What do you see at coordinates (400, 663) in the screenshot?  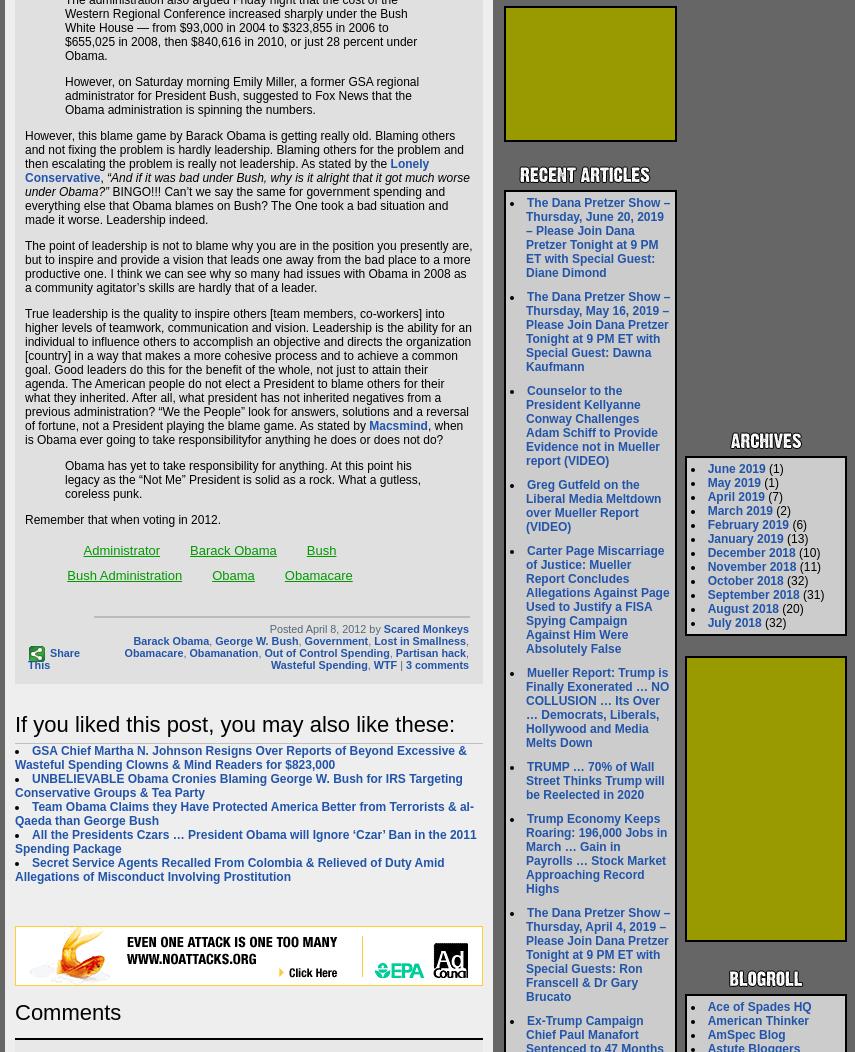 I see `'|'` at bounding box center [400, 663].